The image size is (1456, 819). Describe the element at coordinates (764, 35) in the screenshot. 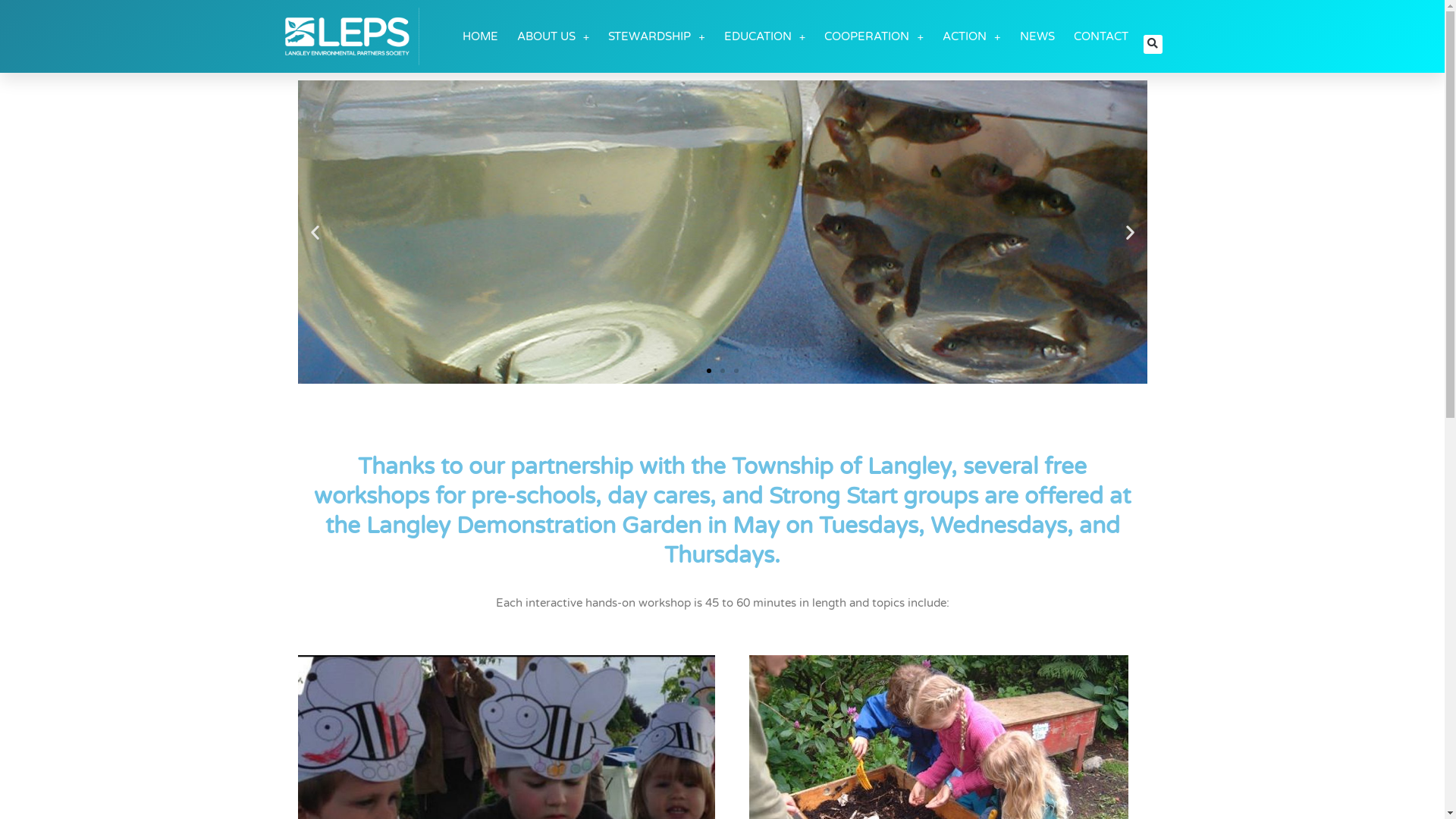

I see `'EDUCATION'` at that location.